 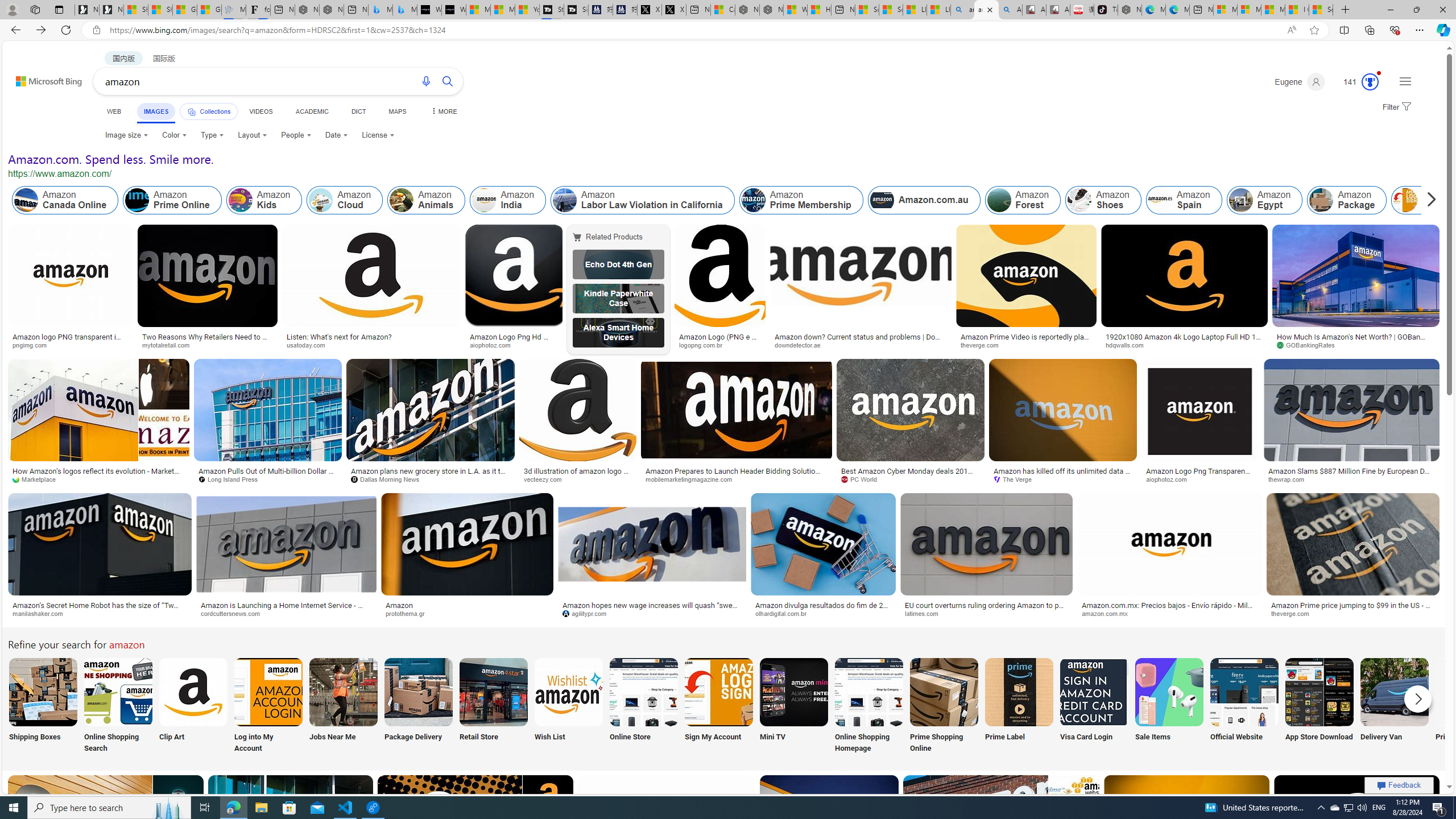 I want to click on 'Amazon.com.au', so click(x=881, y=200).